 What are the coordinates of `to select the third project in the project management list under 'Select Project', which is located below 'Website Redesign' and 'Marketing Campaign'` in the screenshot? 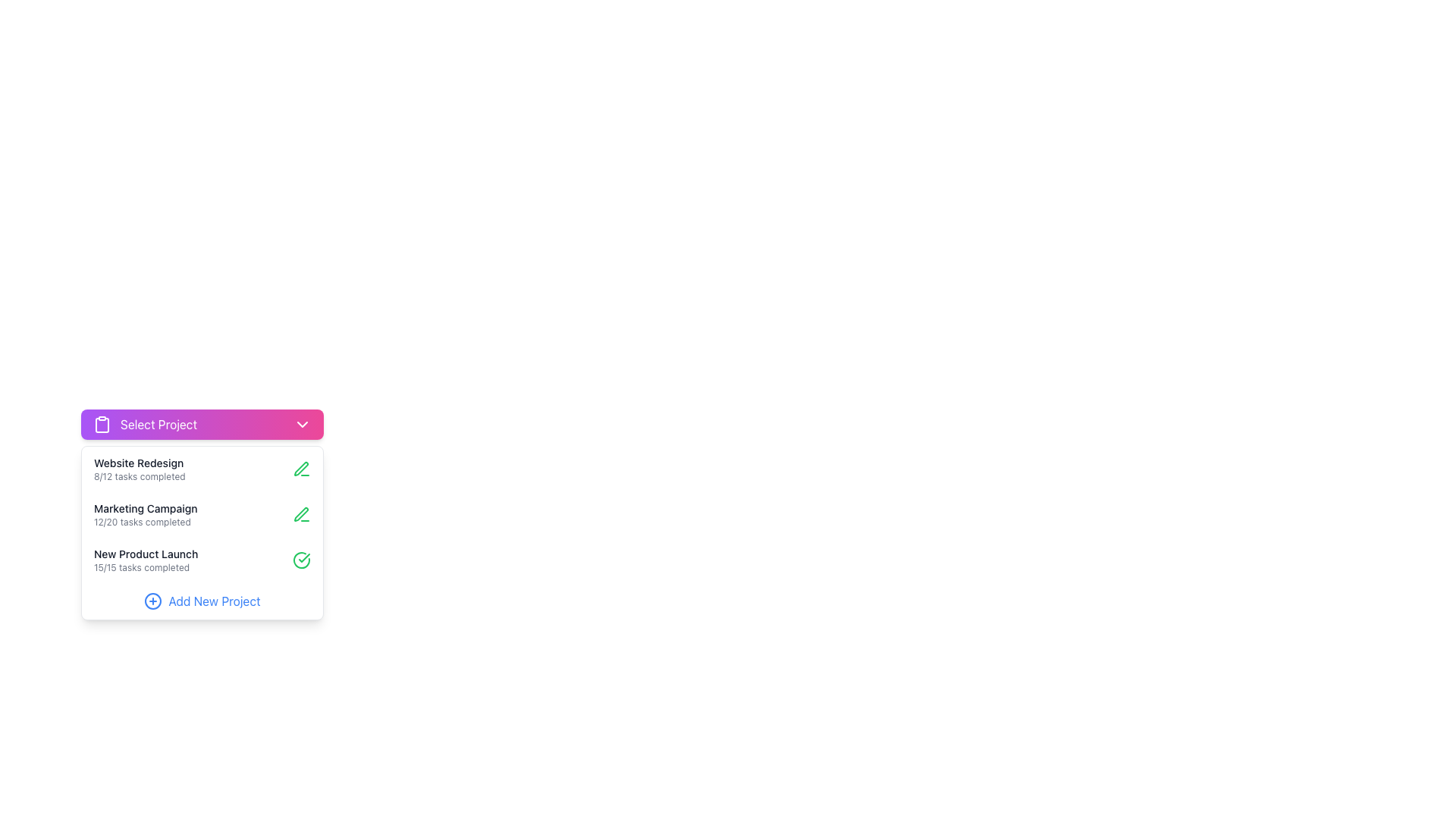 It's located at (202, 560).